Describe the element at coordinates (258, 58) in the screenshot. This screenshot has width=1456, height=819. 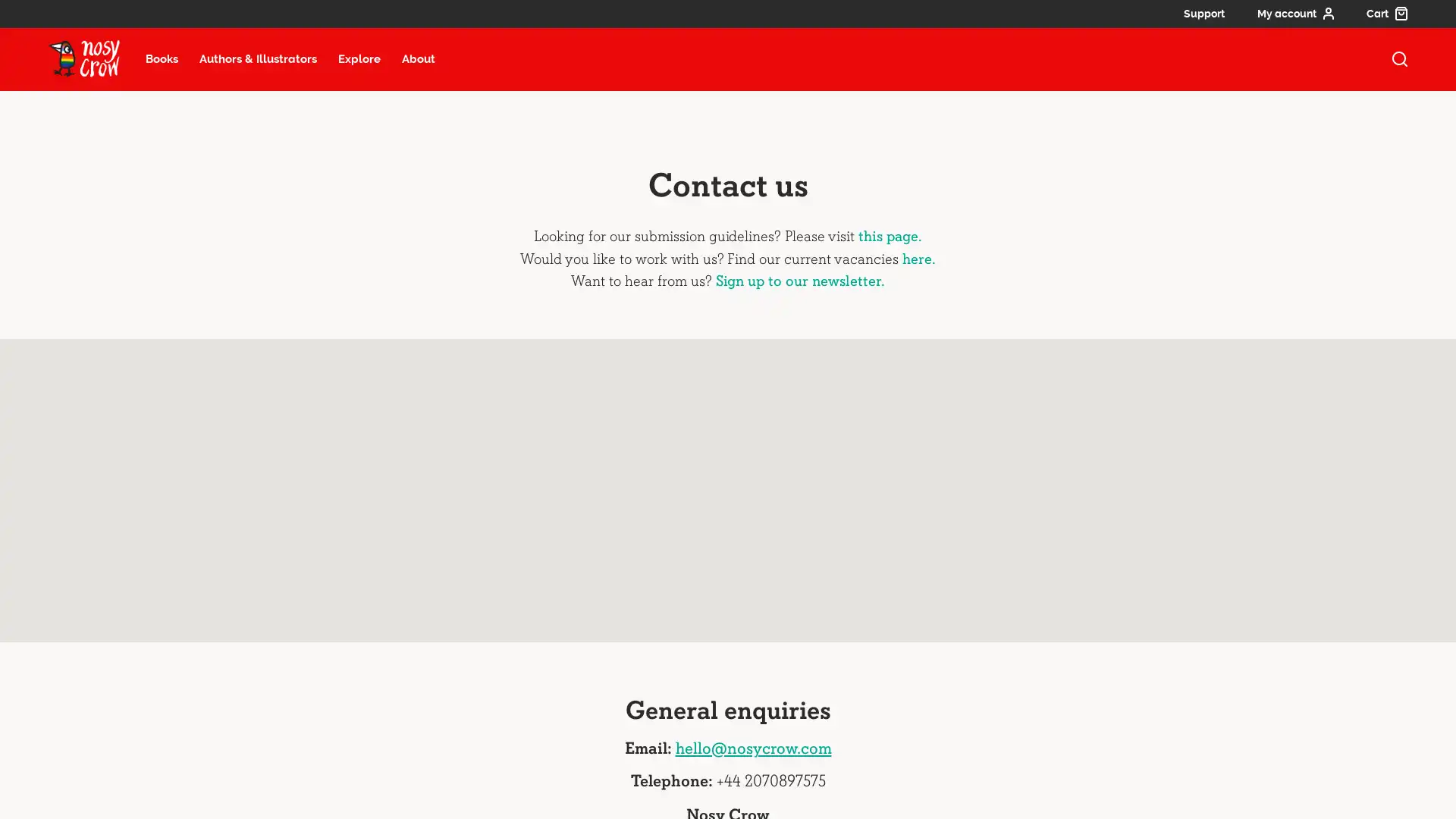
I see `Authors and illustrators menu item, select to open Authors and illustrators submenu (27 items)` at that location.